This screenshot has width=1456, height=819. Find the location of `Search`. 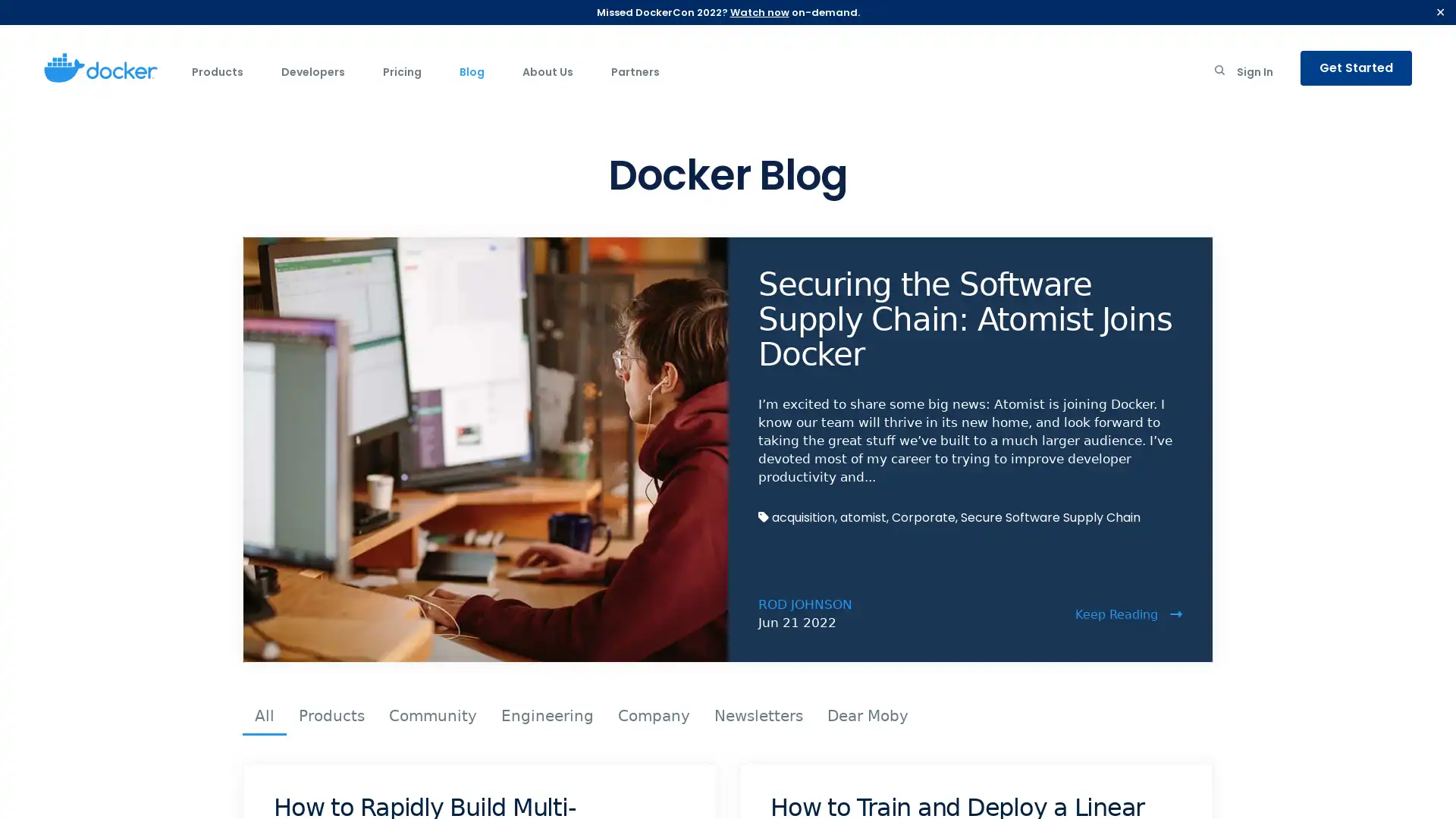

Search is located at coordinates (1219, 73).